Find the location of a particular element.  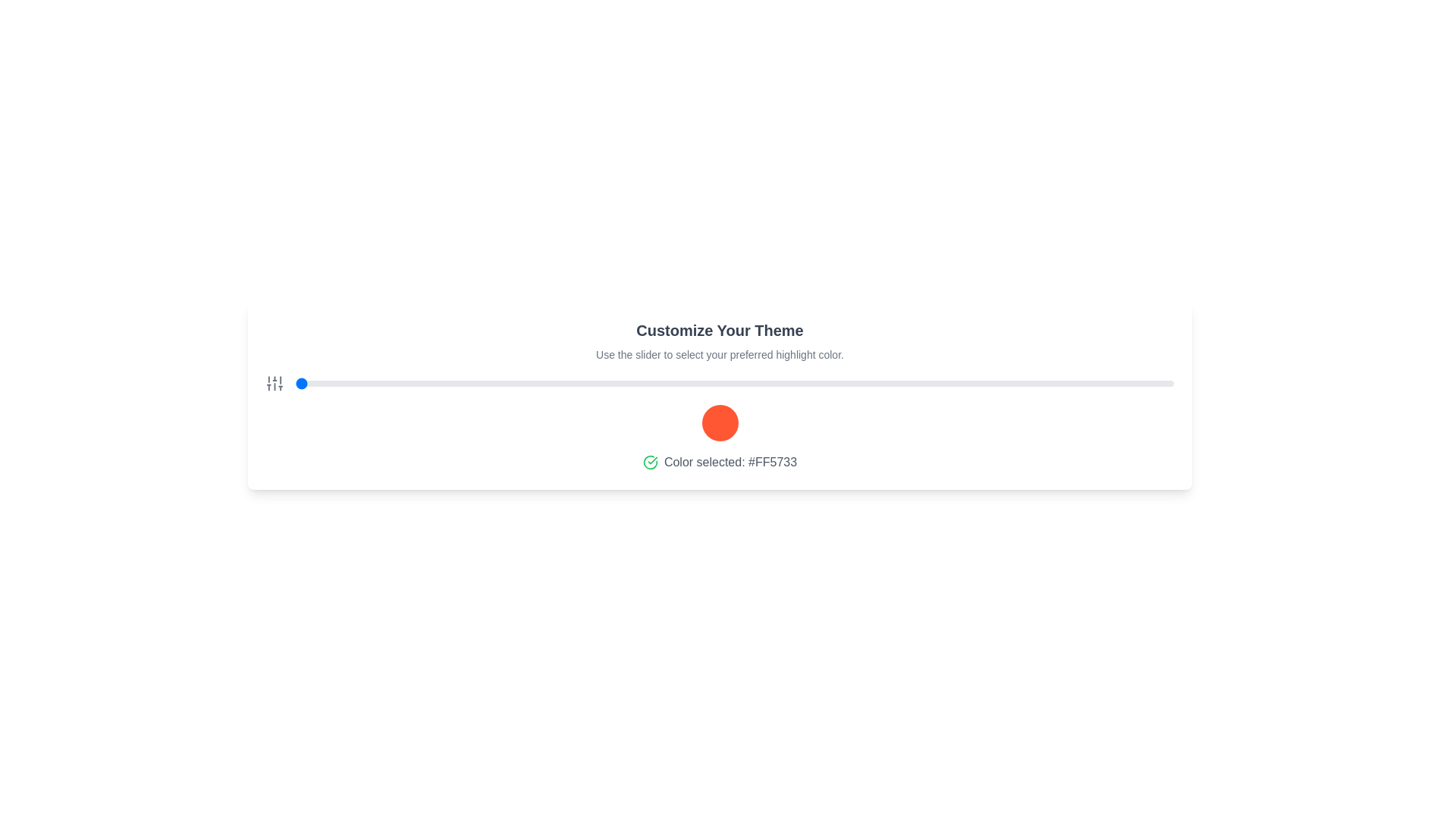

the slider value is located at coordinates (1068, 382).